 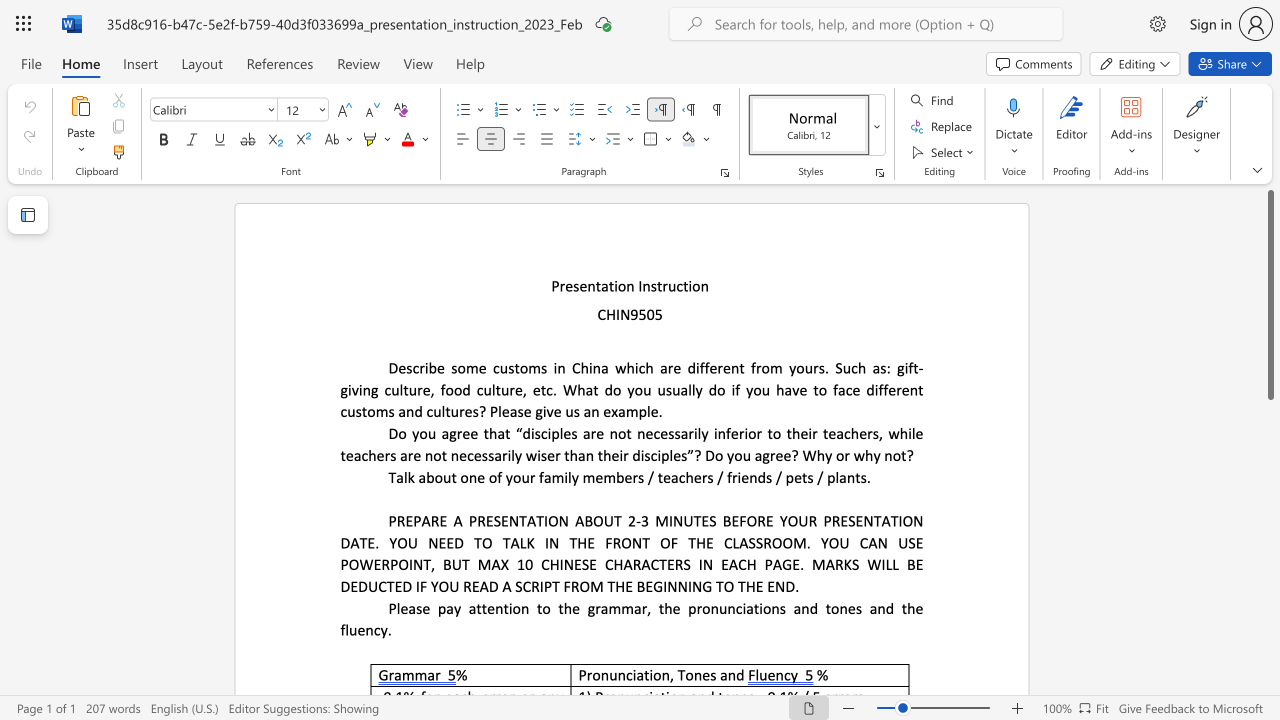 What do you see at coordinates (388, 477) in the screenshot?
I see `the subset text "Talk about" within the text "Talk about one of your family members / teachers / friends / pets / plants."` at bounding box center [388, 477].